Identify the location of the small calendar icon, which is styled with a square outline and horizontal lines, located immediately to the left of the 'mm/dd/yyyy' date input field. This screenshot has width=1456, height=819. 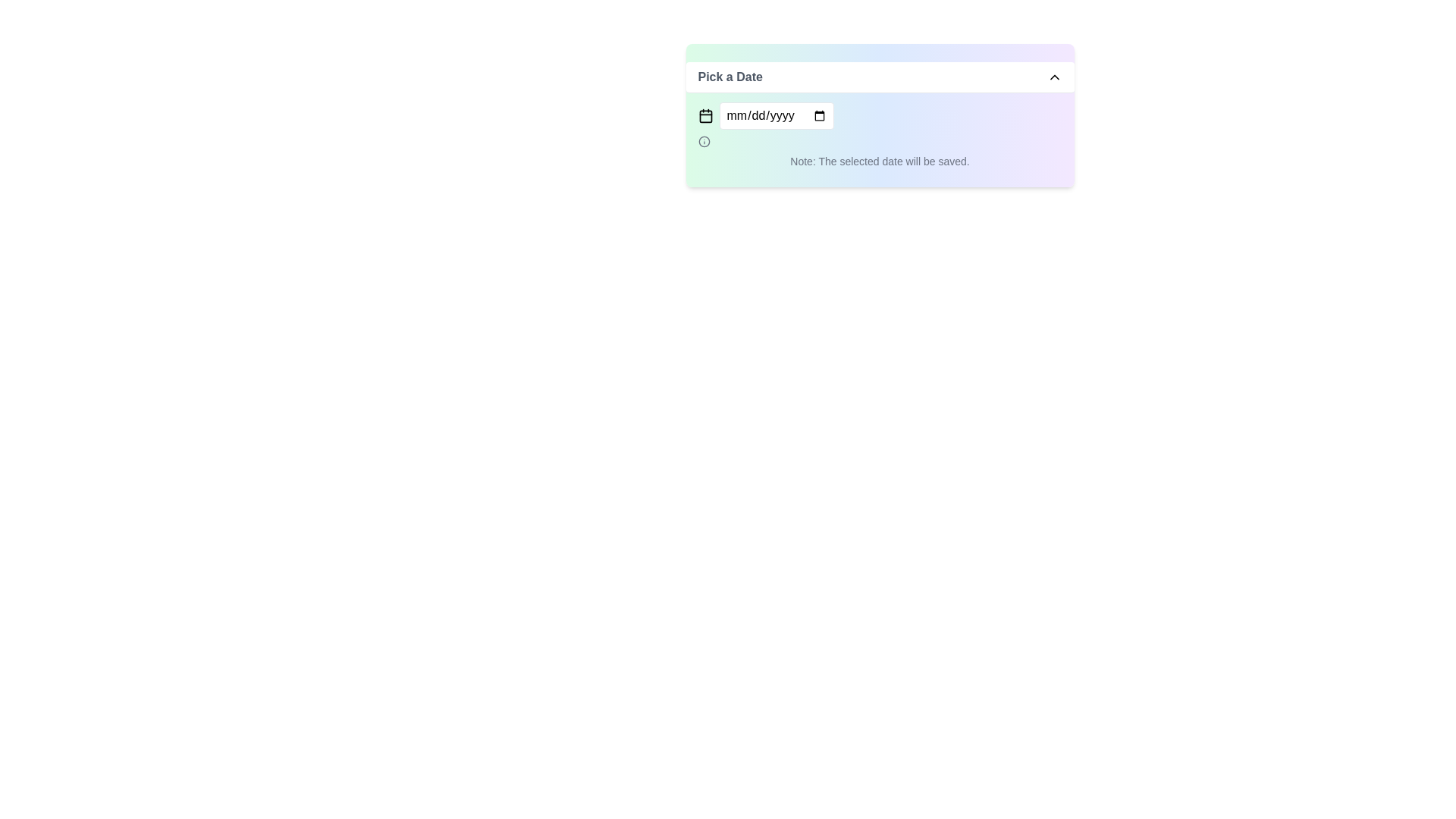
(704, 115).